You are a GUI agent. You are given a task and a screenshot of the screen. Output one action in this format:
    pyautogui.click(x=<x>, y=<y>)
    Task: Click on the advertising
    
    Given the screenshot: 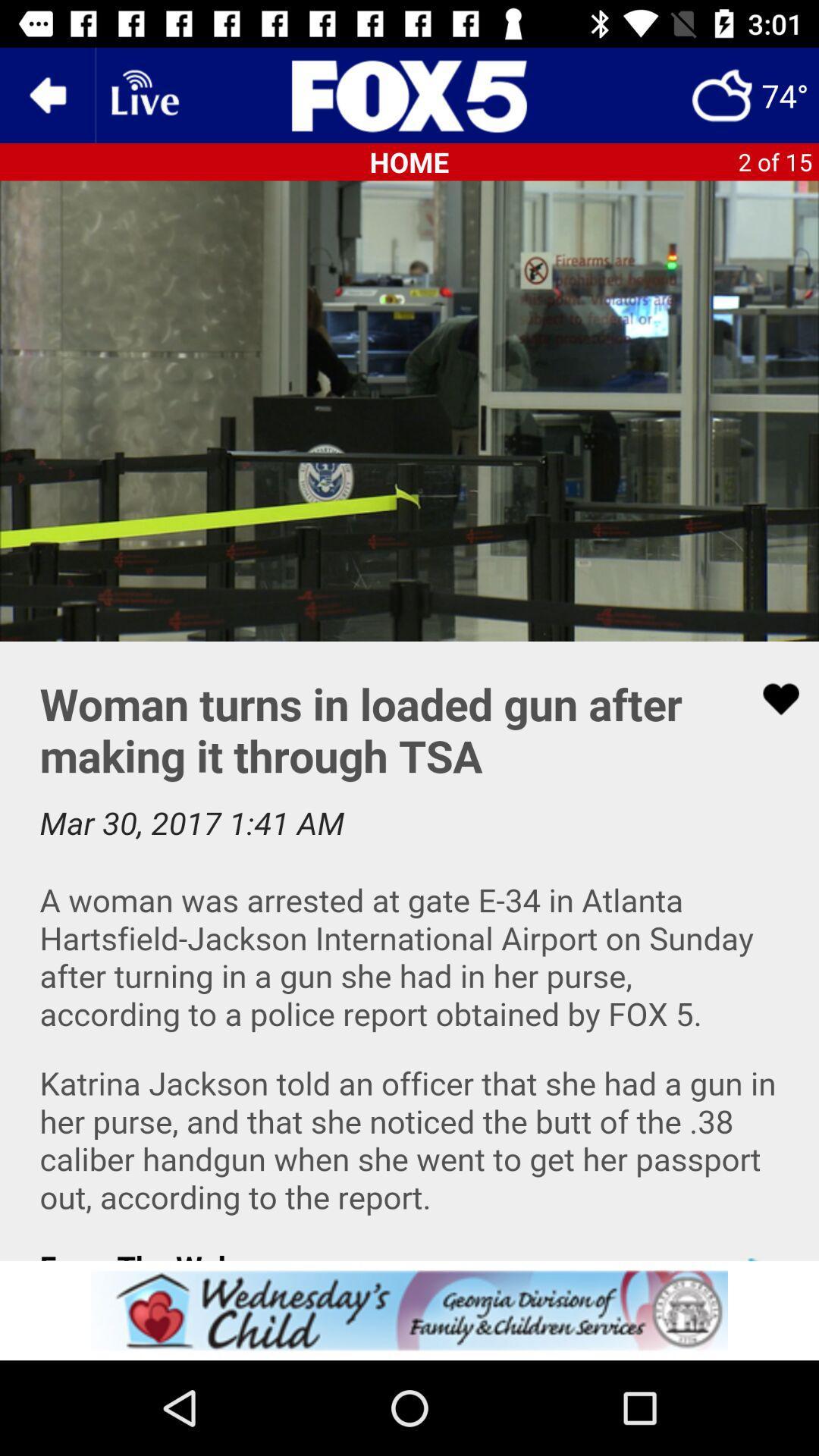 What is the action you would take?
    pyautogui.click(x=409, y=1310)
    